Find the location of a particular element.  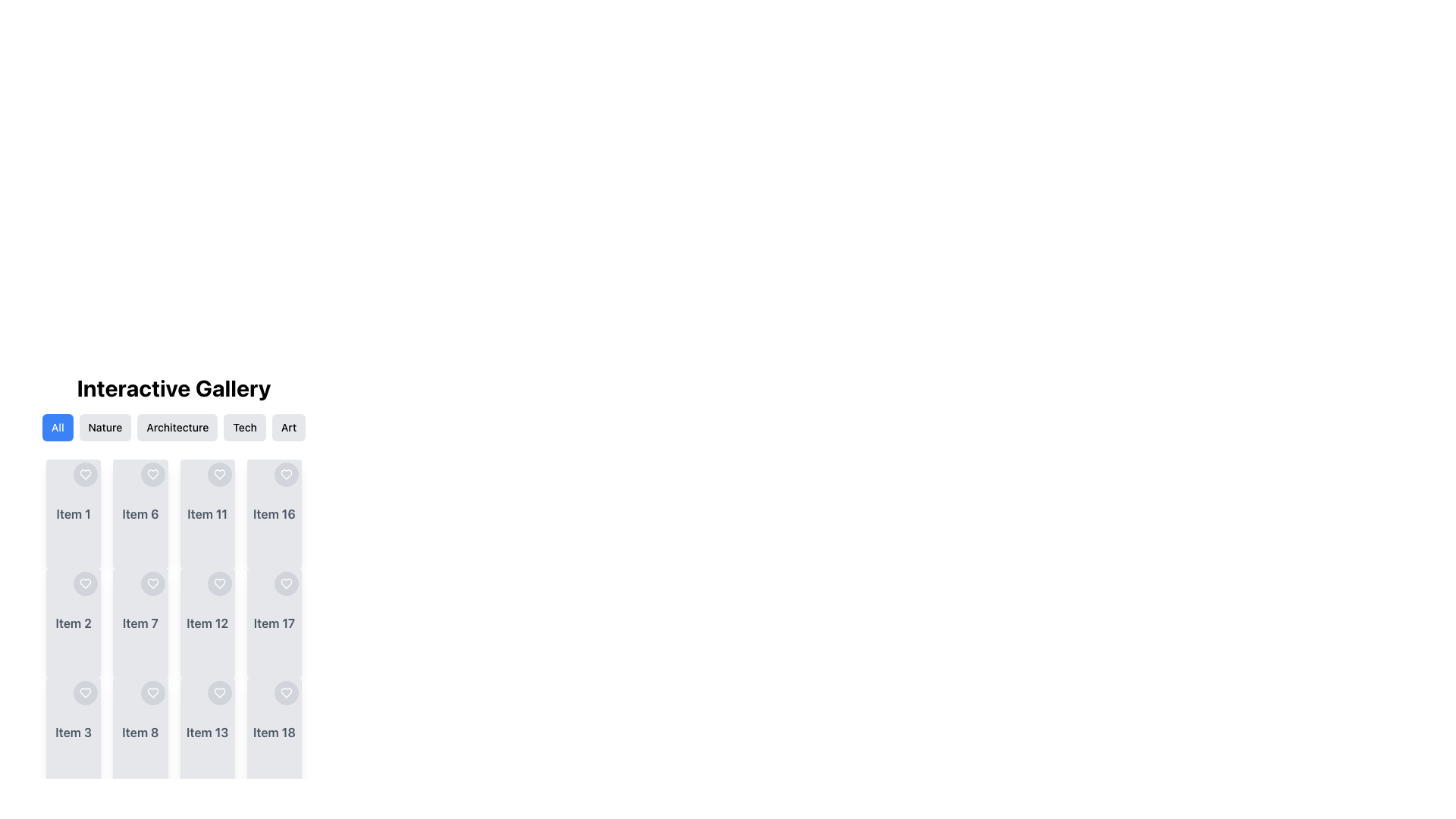

the 'Architecture' tab in the navigation menu is located at coordinates (174, 427).